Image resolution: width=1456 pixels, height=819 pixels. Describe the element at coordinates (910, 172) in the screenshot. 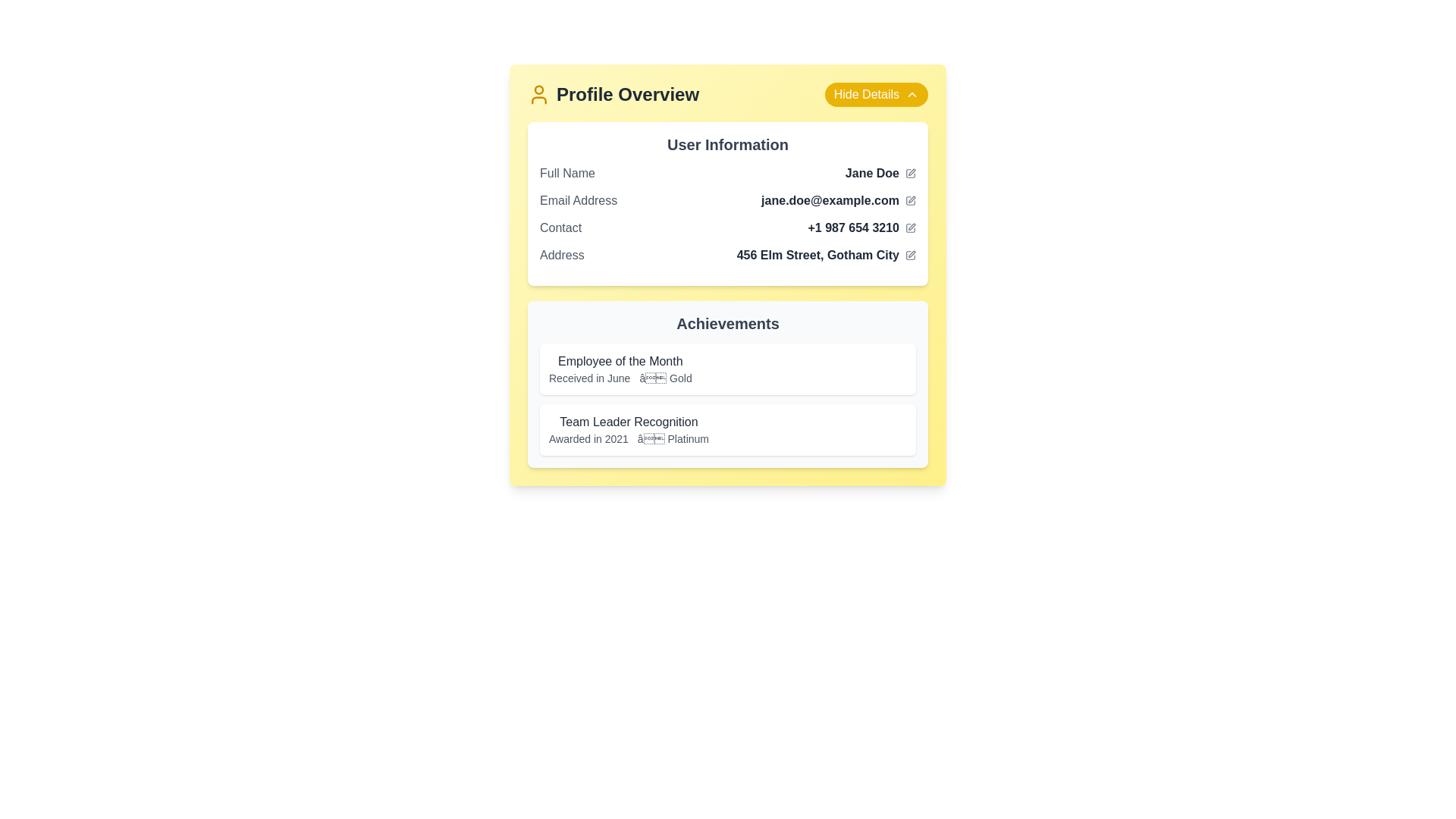

I see `the pen icon button located next to the text 'Jane Doe' in the top-right of the 'User Information' section` at that location.